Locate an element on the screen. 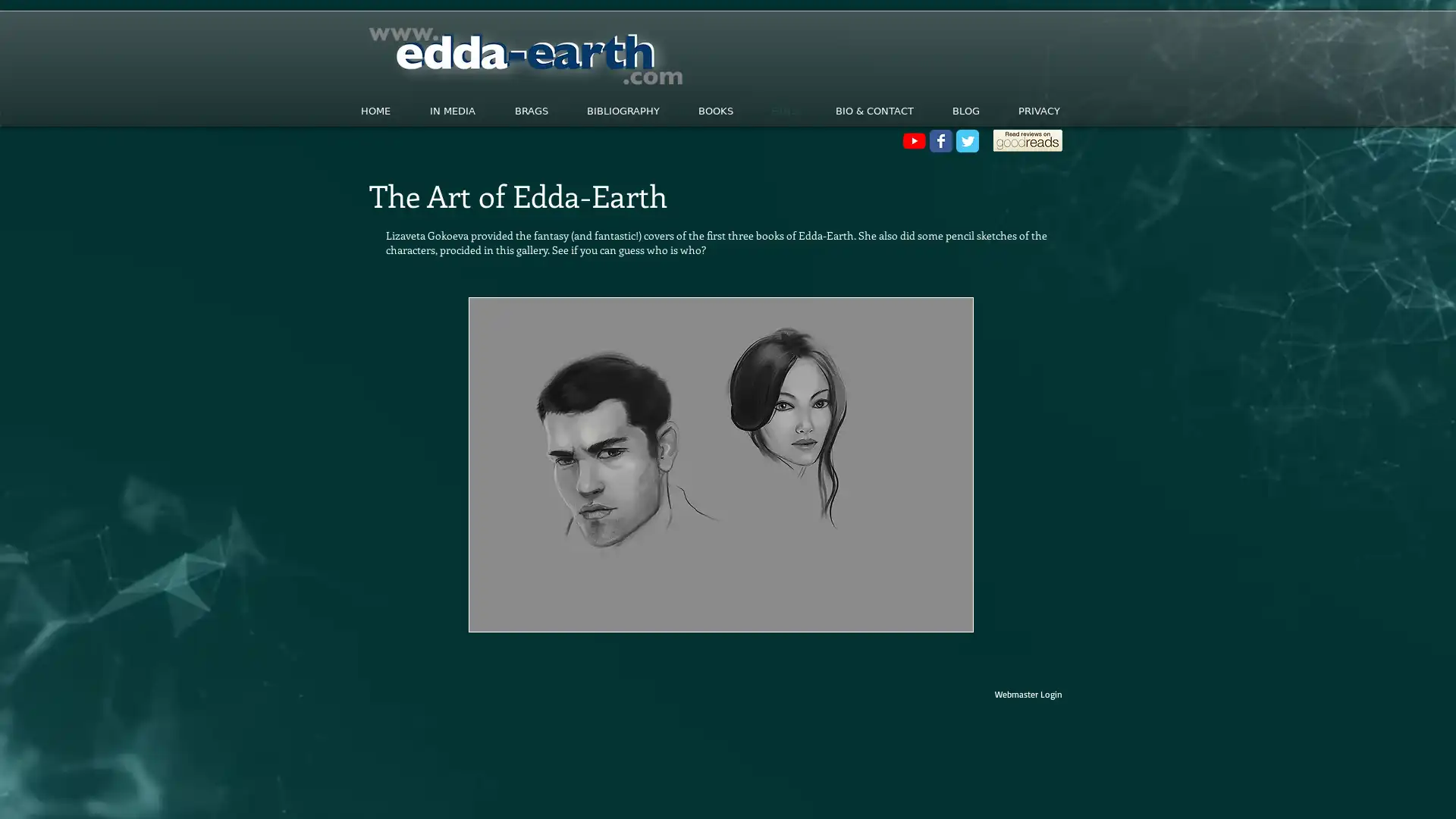 The height and width of the screenshot is (819, 1456). previous is located at coordinates (500, 464).